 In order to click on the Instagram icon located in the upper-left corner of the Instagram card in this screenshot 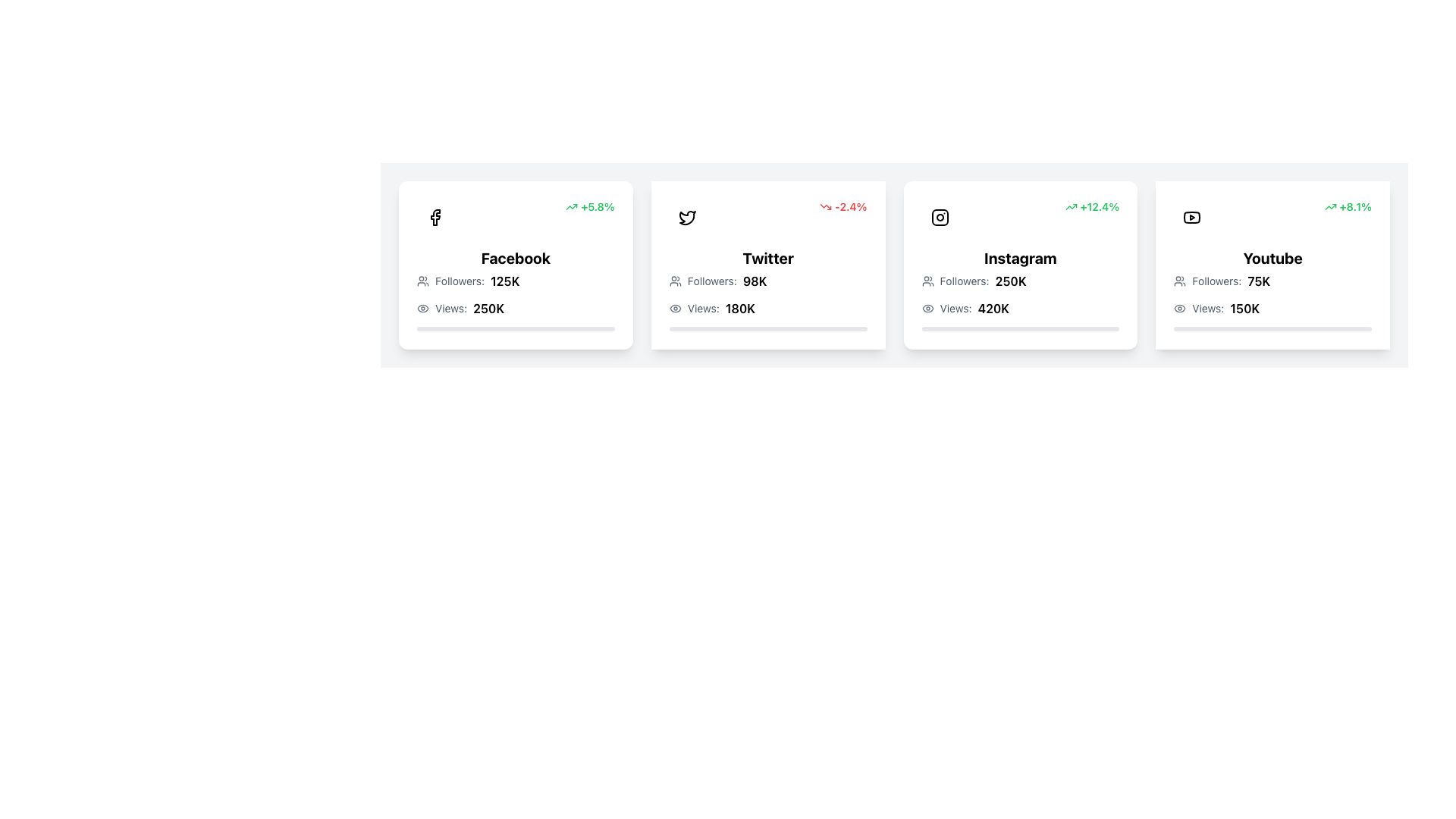, I will do `click(939, 217)`.